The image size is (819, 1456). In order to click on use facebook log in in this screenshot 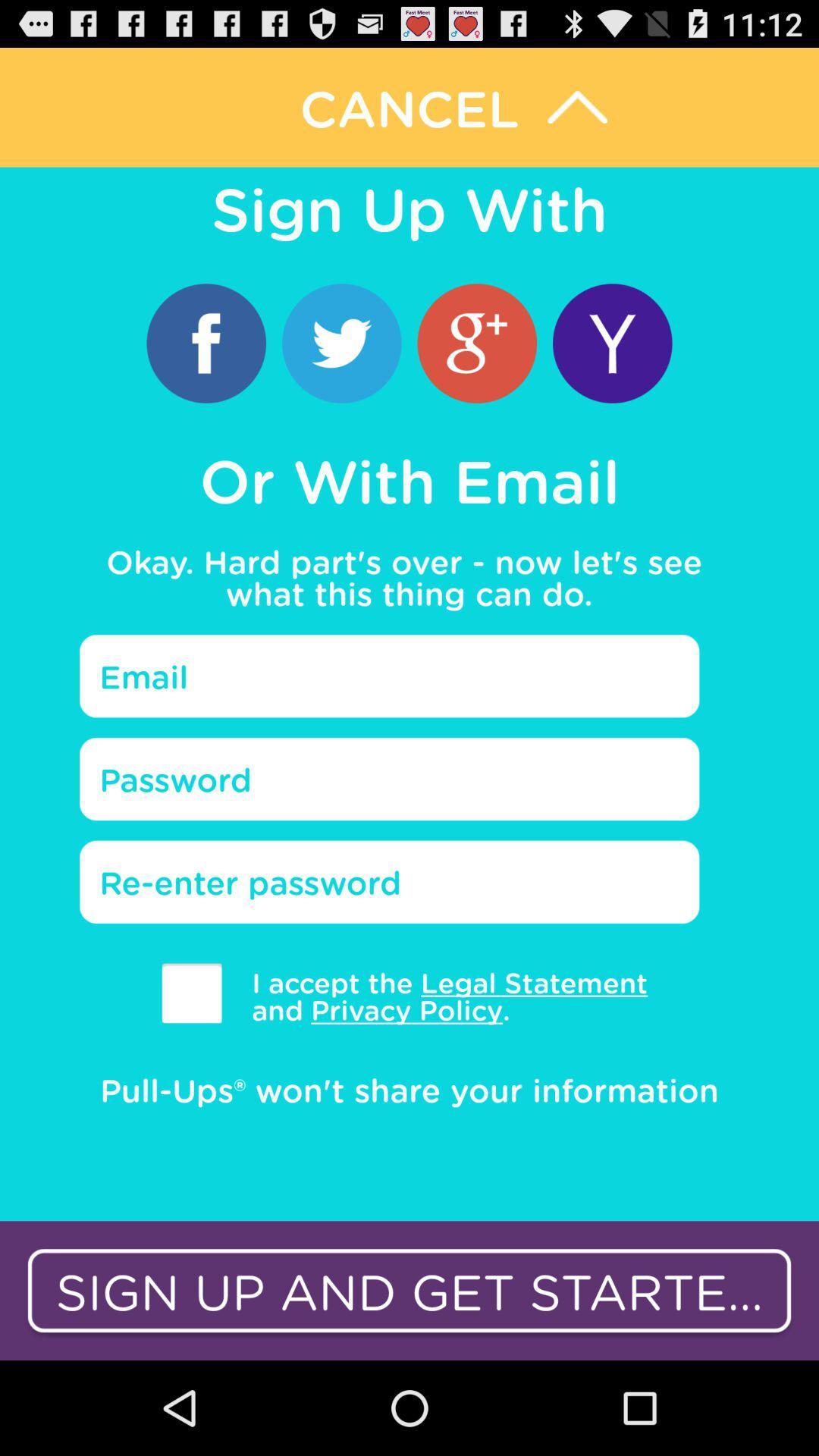, I will do `click(206, 342)`.